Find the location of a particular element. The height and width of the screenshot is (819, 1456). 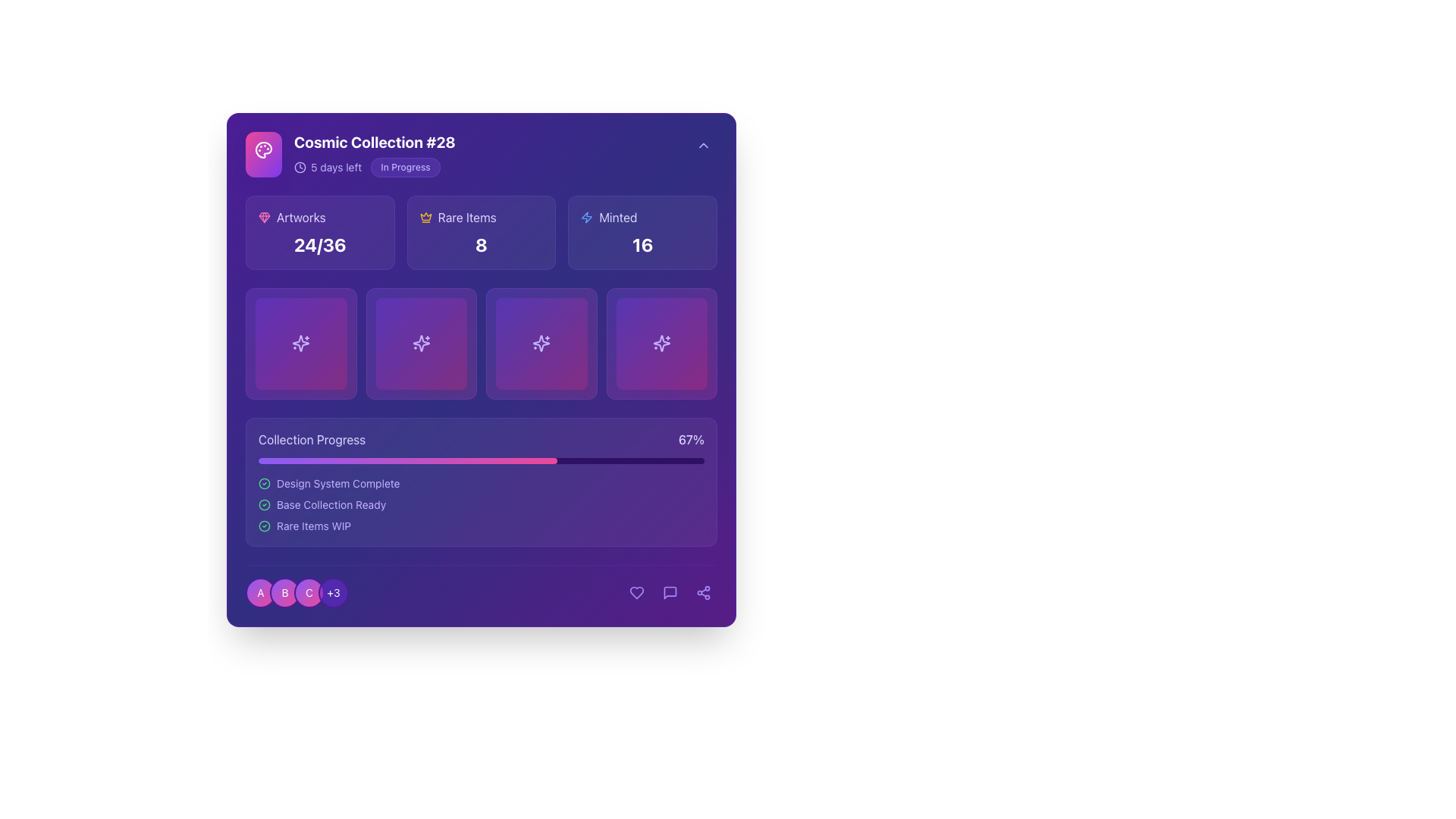

the second selectable card element with a gradient background transitioning from violet to pink, which features a central sparkles icon styled in light violet is located at coordinates (421, 344).